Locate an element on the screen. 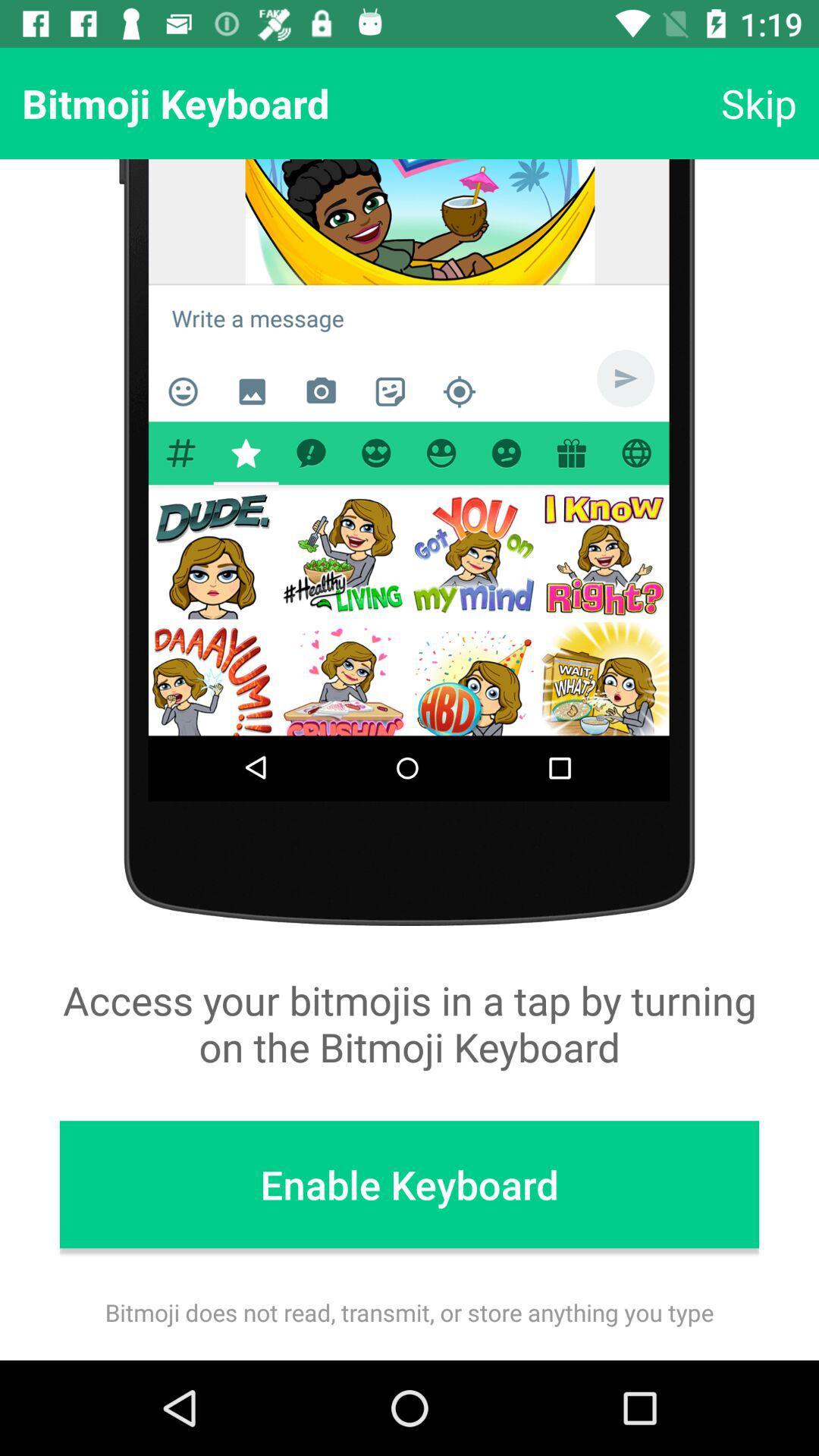 This screenshot has width=819, height=1456. the enable keyboard icon is located at coordinates (409, 1184).